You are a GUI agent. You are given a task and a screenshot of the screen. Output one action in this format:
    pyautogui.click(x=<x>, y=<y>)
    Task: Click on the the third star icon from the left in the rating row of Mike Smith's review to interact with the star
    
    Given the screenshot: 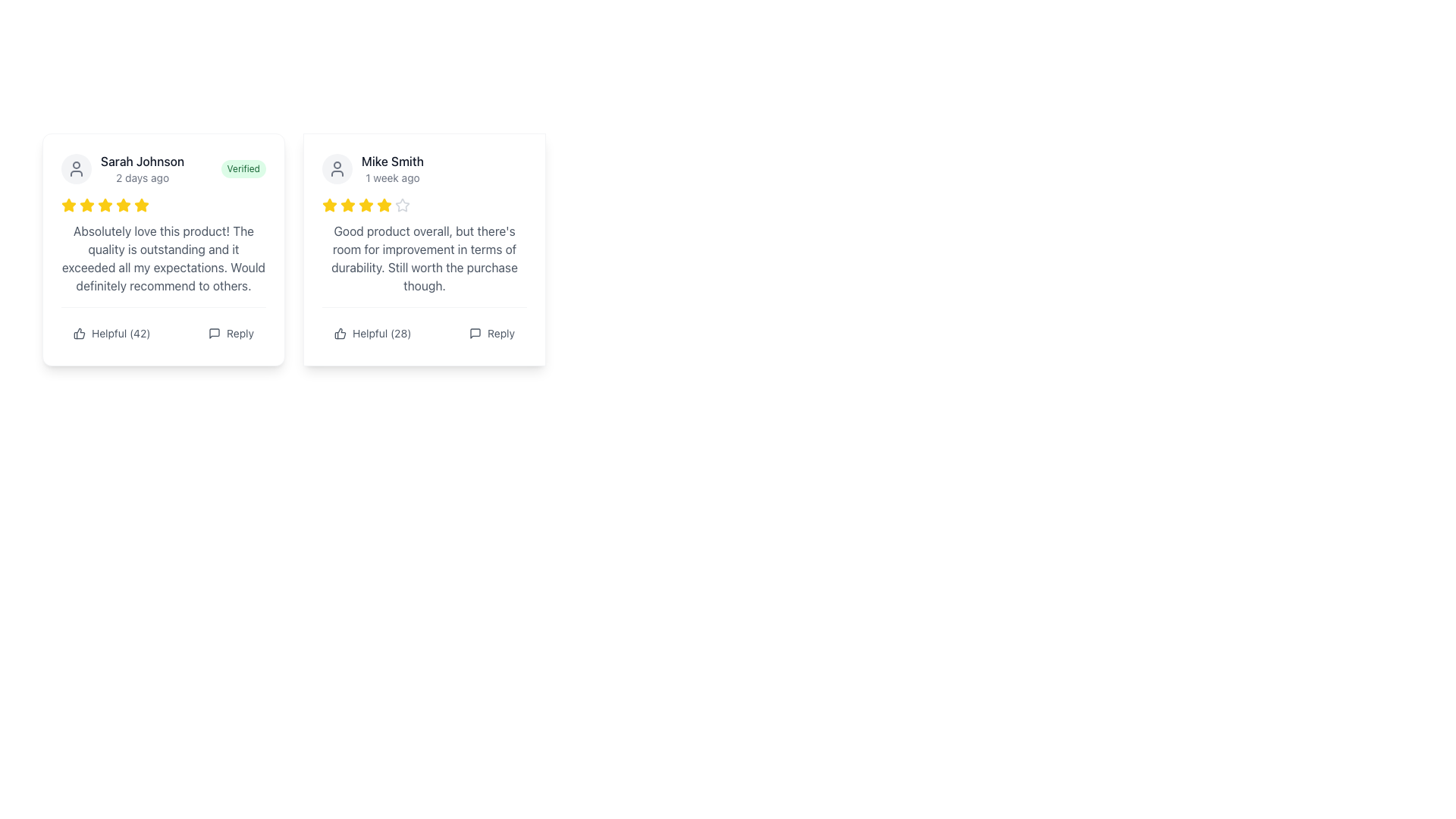 What is the action you would take?
    pyautogui.click(x=347, y=205)
    